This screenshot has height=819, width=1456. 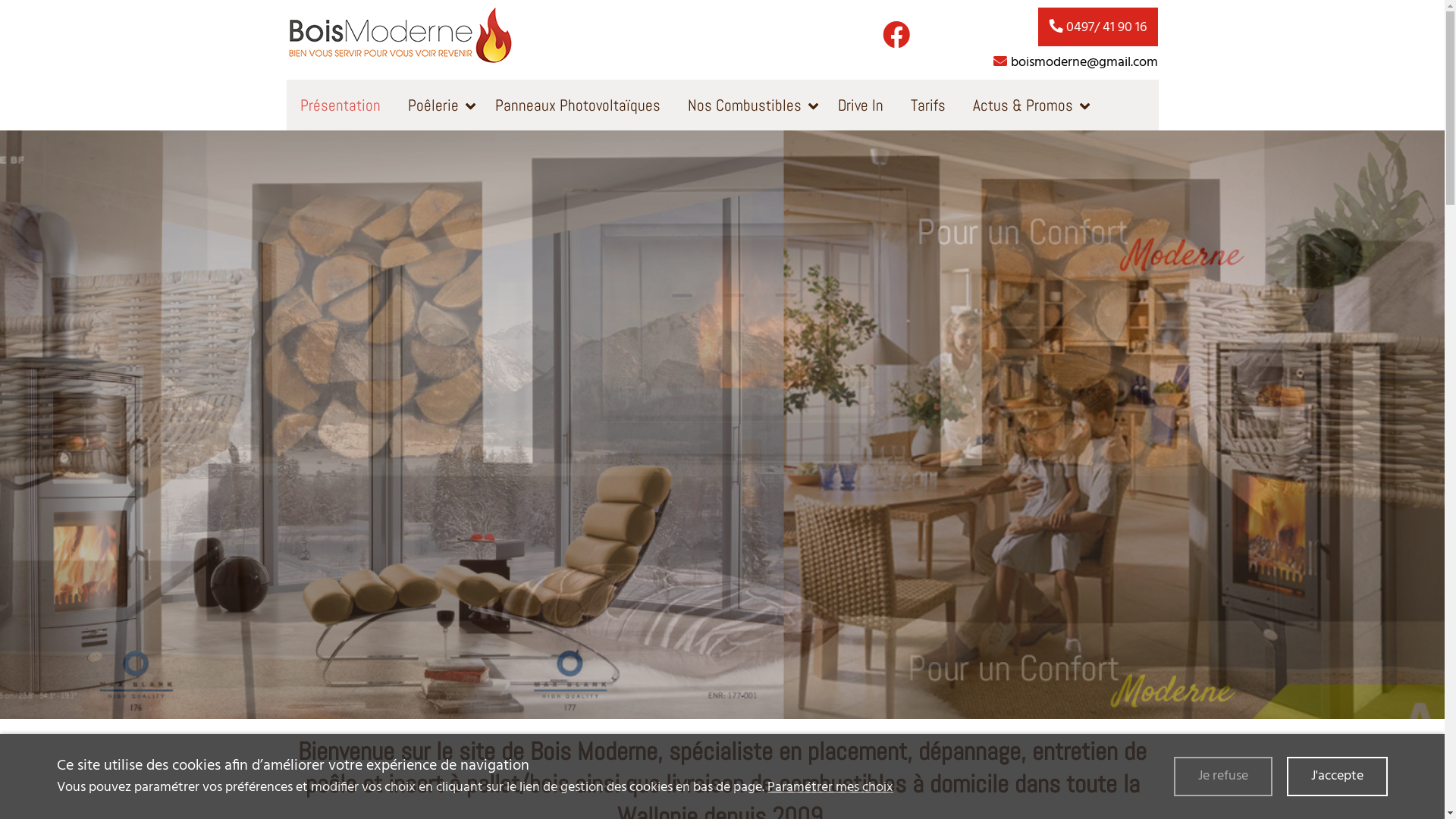 What do you see at coordinates (748, 104) in the screenshot?
I see `'Nos Combustibles'` at bounding box center [748, 104].